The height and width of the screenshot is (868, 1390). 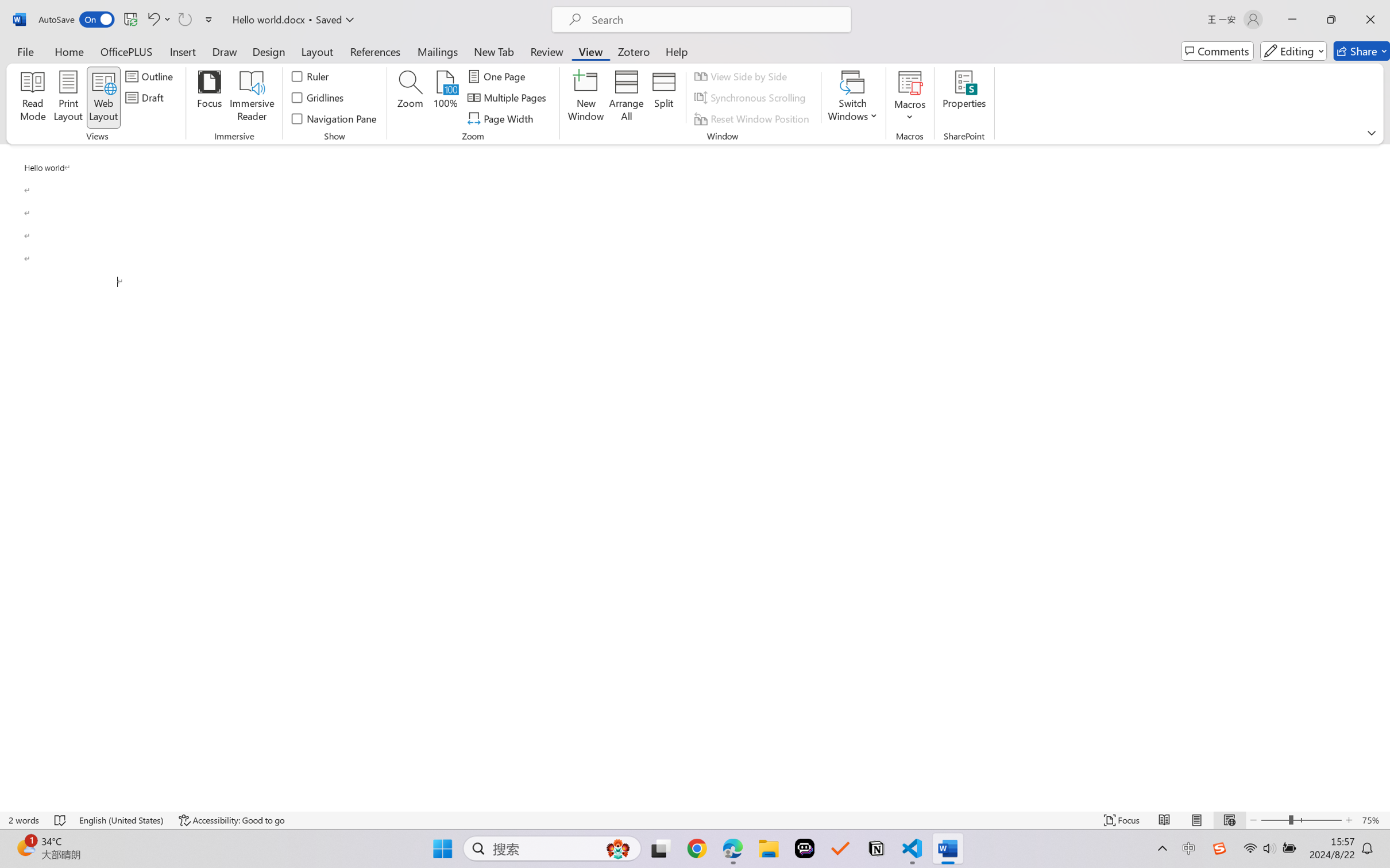 What do you see at coordinates (1331, 19) in the screenshot?
I see `'Restore Down'` at bounding box center [1331, 19].